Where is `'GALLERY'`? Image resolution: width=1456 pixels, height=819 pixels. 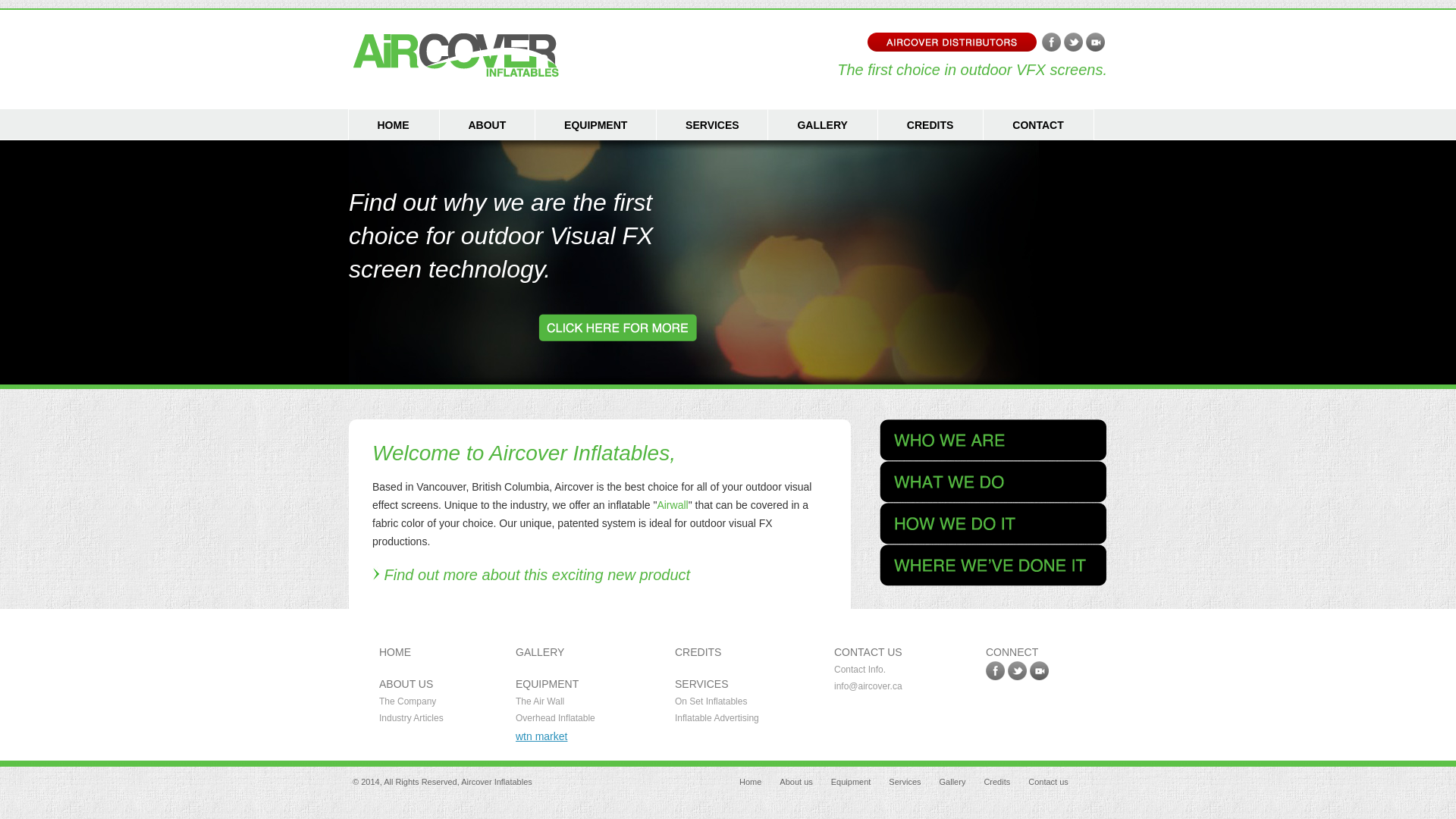 'GALLERY' is located at coordinates (821, 124).